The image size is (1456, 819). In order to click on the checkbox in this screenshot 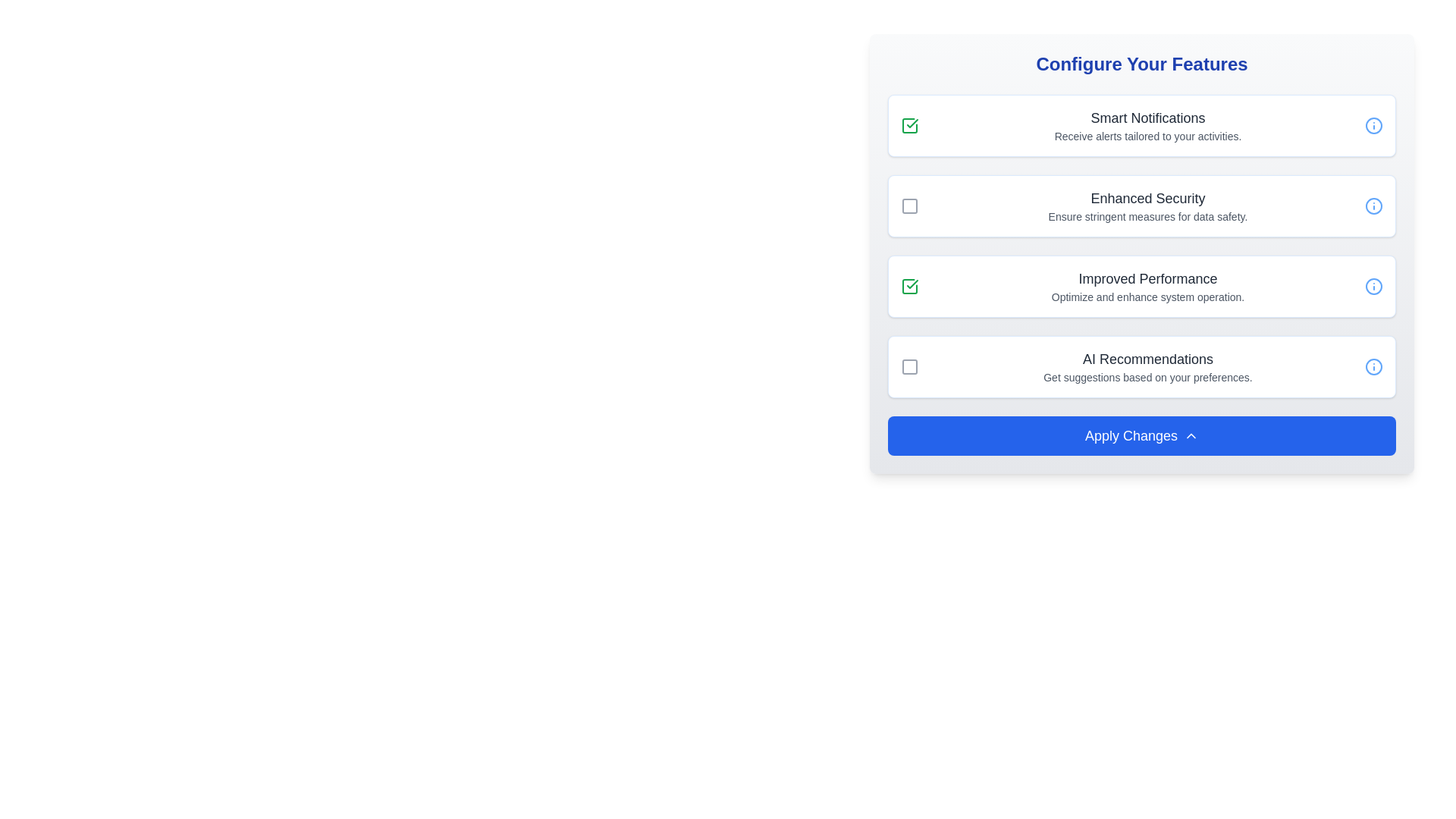, I will do `click(910, 206)`.